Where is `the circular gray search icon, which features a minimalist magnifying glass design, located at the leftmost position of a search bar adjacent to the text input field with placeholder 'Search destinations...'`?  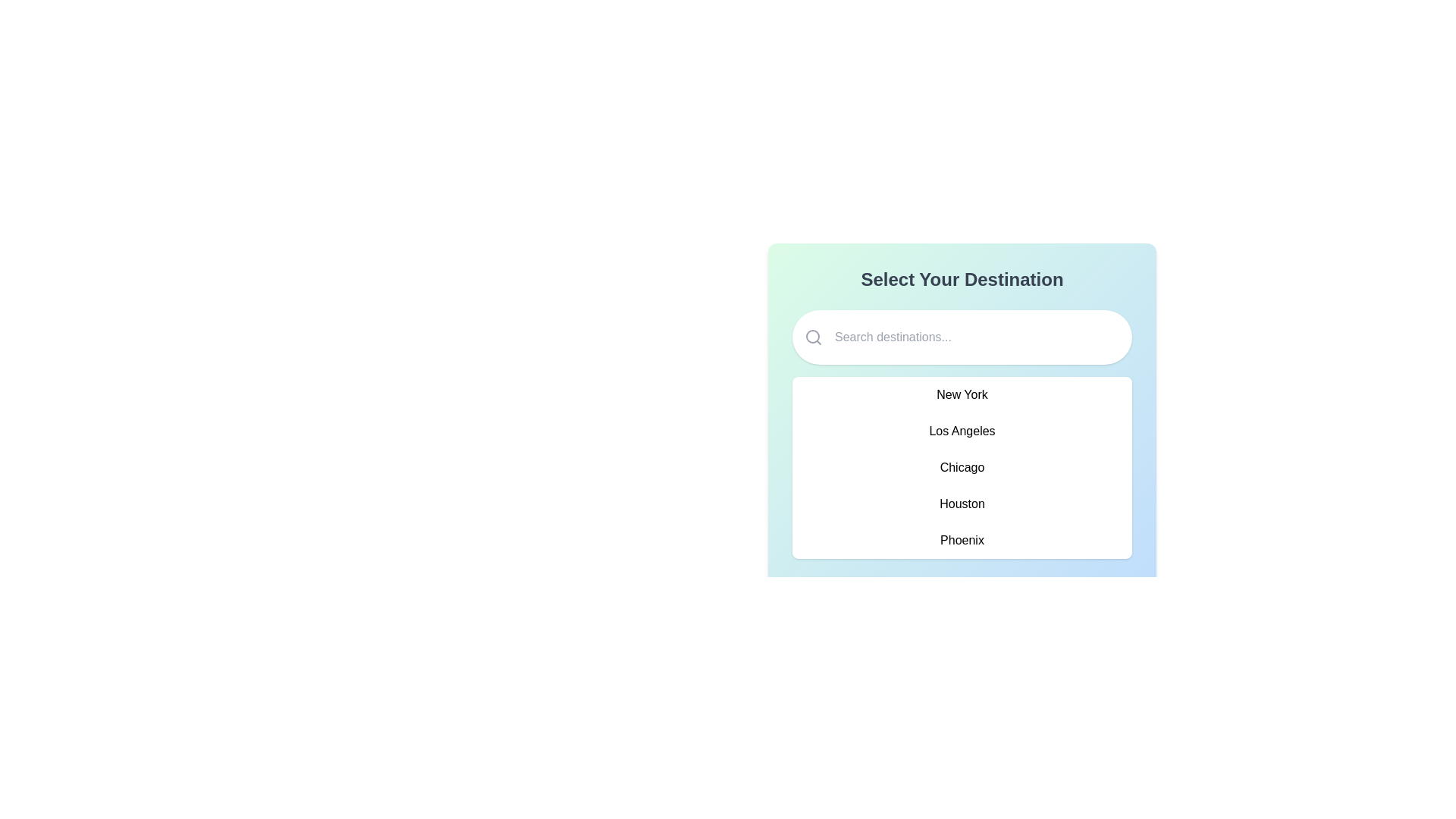
the circular gray search icon, which features a minimalist magnifying glass design, located at the leftmost position of a search bar adjacent to the text input field with placeholder 'Search destinations...' is located at coordinates (813, 336).